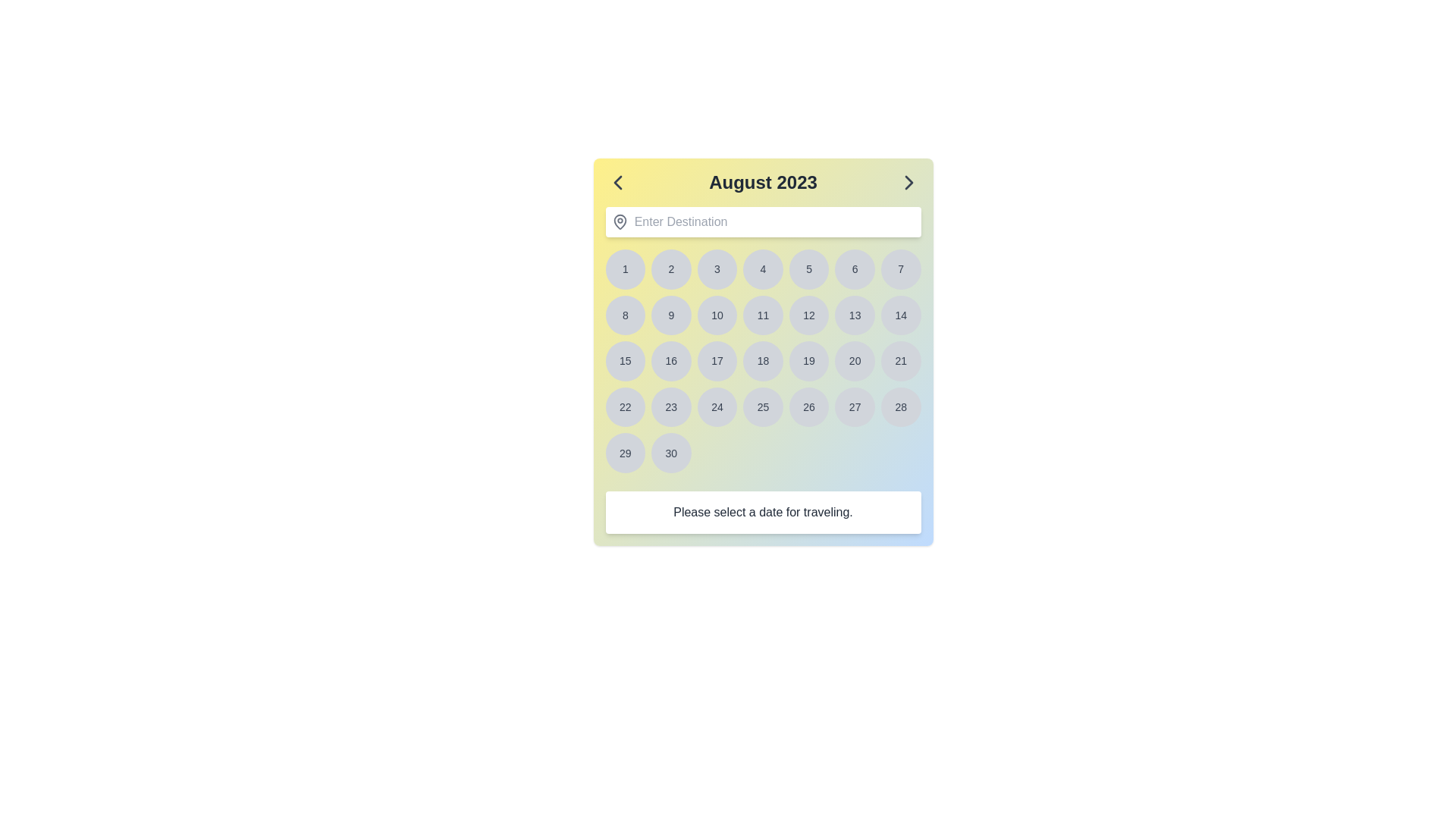 This screenshot has height=819, width=1456. What do you see at coordinates (625, 406) in the screenshot?
I see `the circular button labeled '22' with a light gray background in the calendar grid layout` at bounding box center [625, 406].